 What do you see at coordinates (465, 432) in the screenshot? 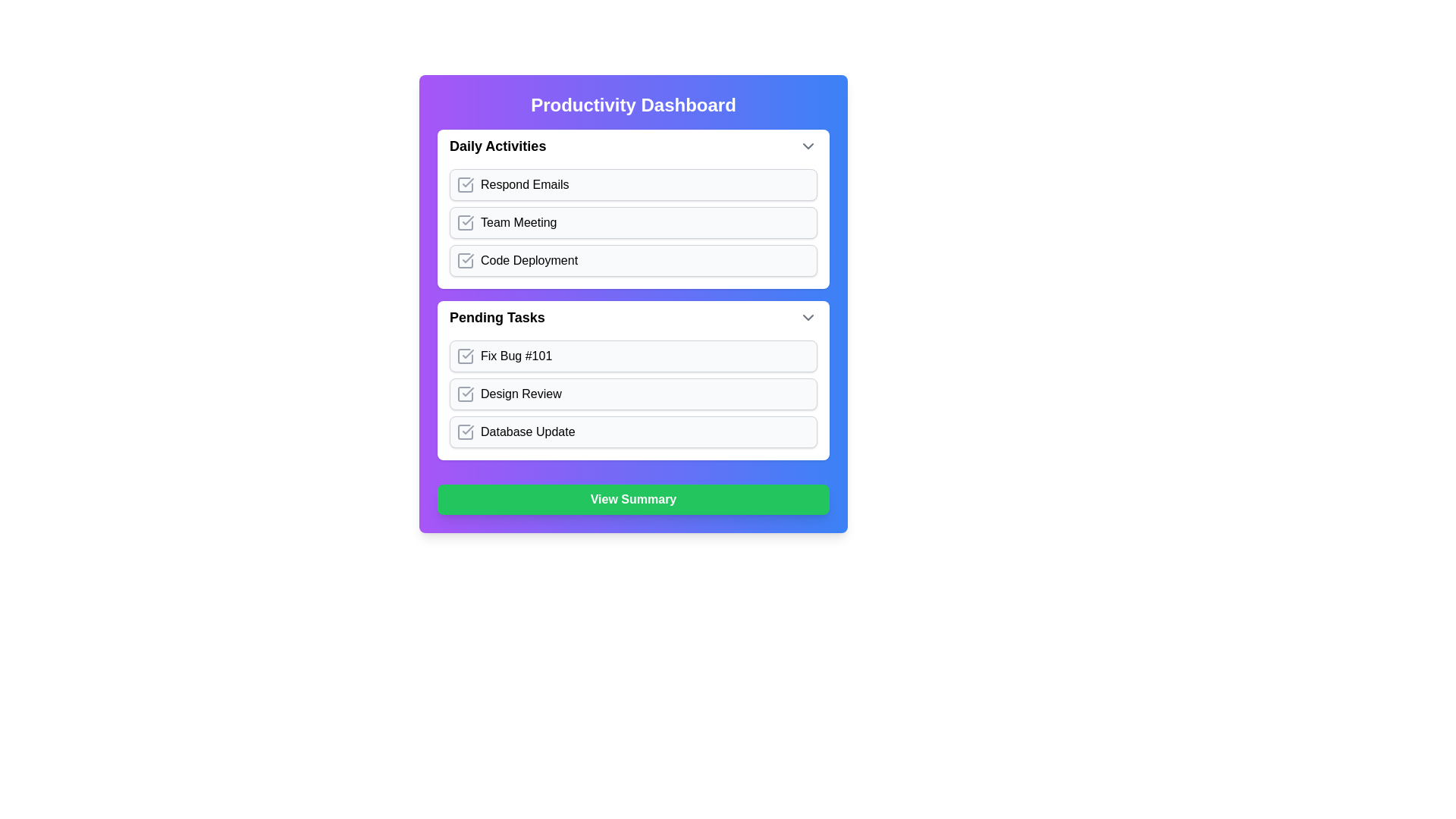
I see `the completion status icon located to the left of the 'Database Update' text, which is part of the third item in the 'Pending Tasks' list` at bounding box center [465, 432].